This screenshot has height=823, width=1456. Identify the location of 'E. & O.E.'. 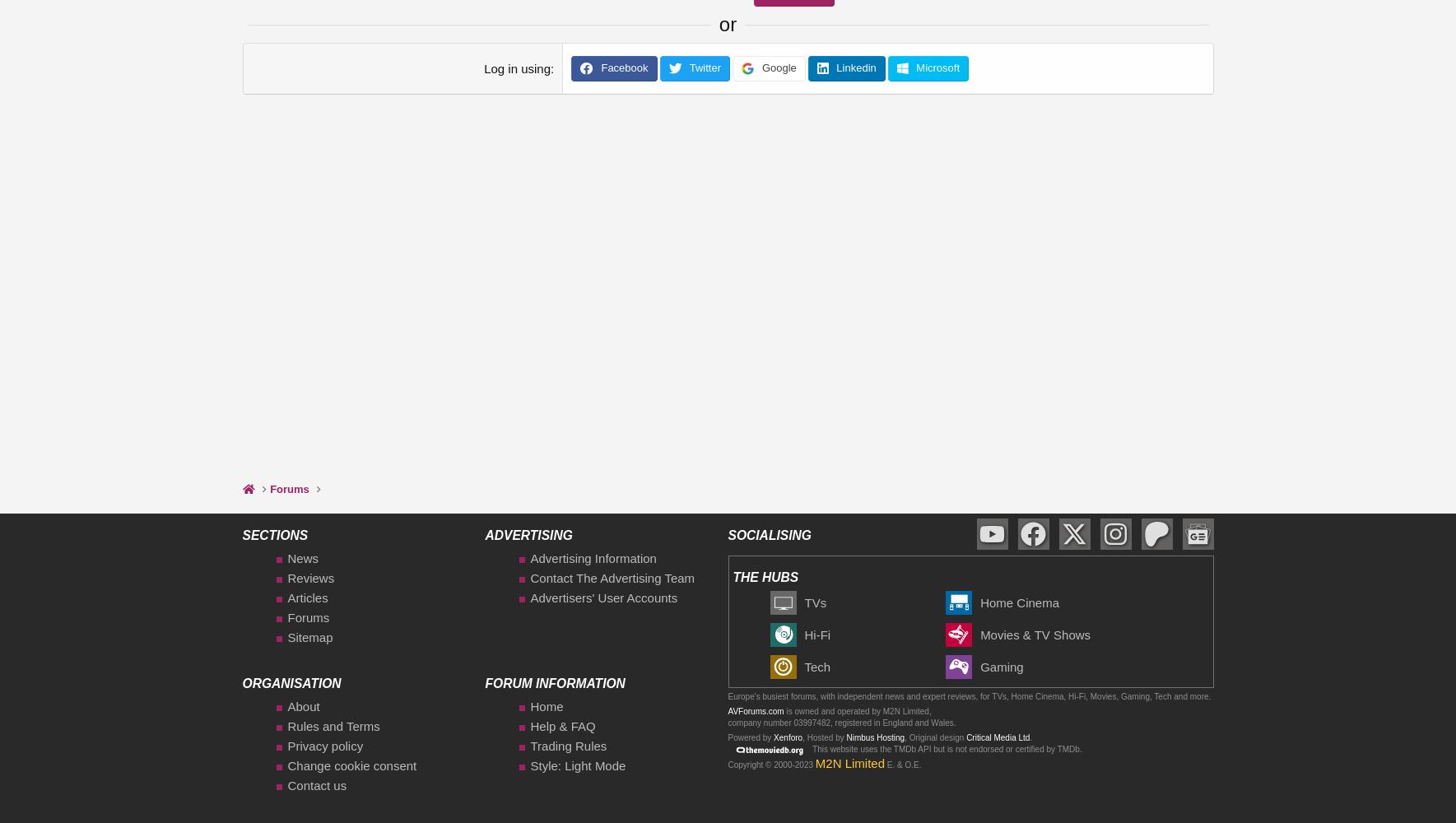
(884, 764).